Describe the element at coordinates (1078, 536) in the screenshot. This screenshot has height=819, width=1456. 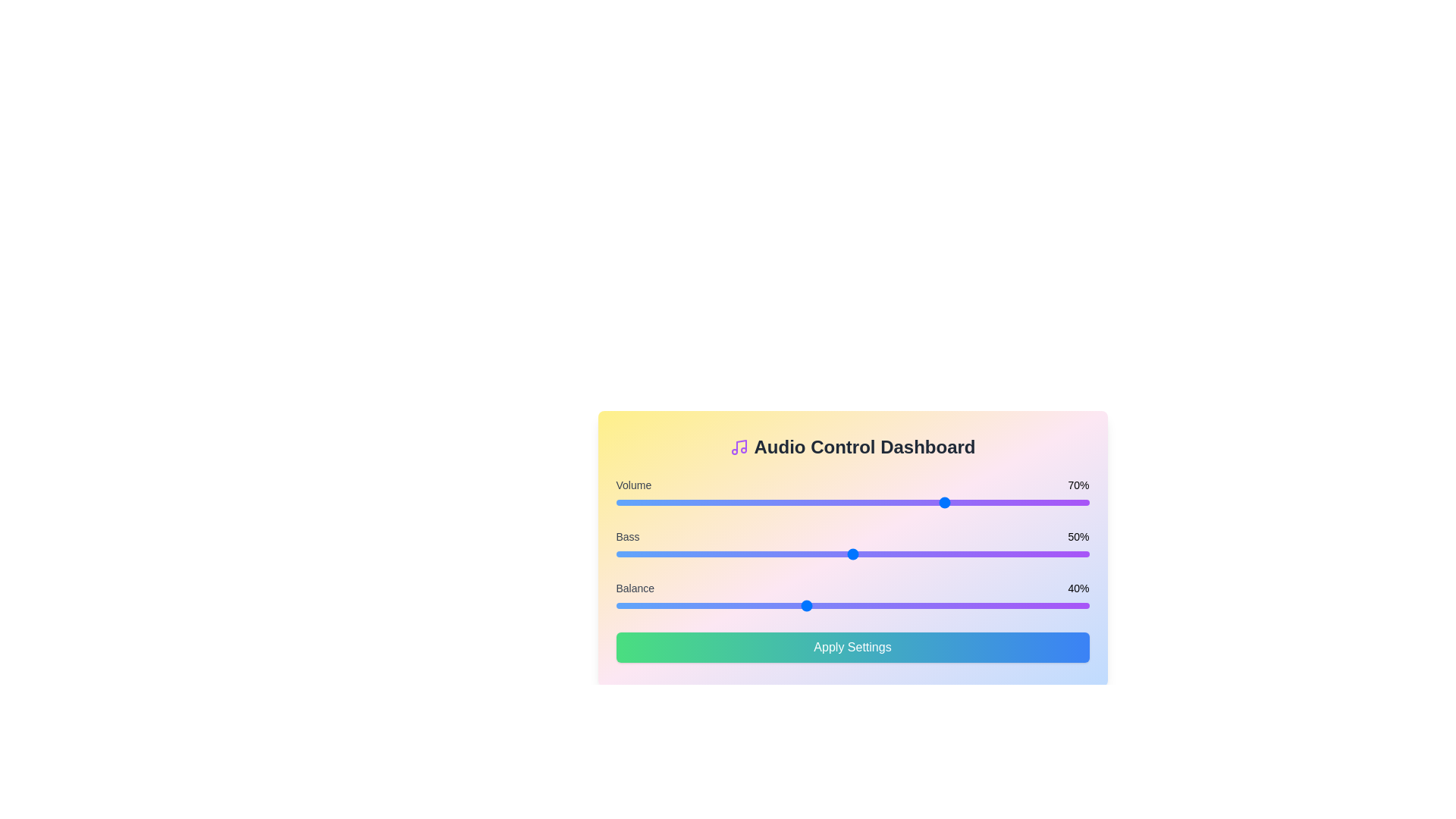
I see `the Static Text Label displaying '50%' associated with the Bass slider, positioned on the right side of the slider` at that location.